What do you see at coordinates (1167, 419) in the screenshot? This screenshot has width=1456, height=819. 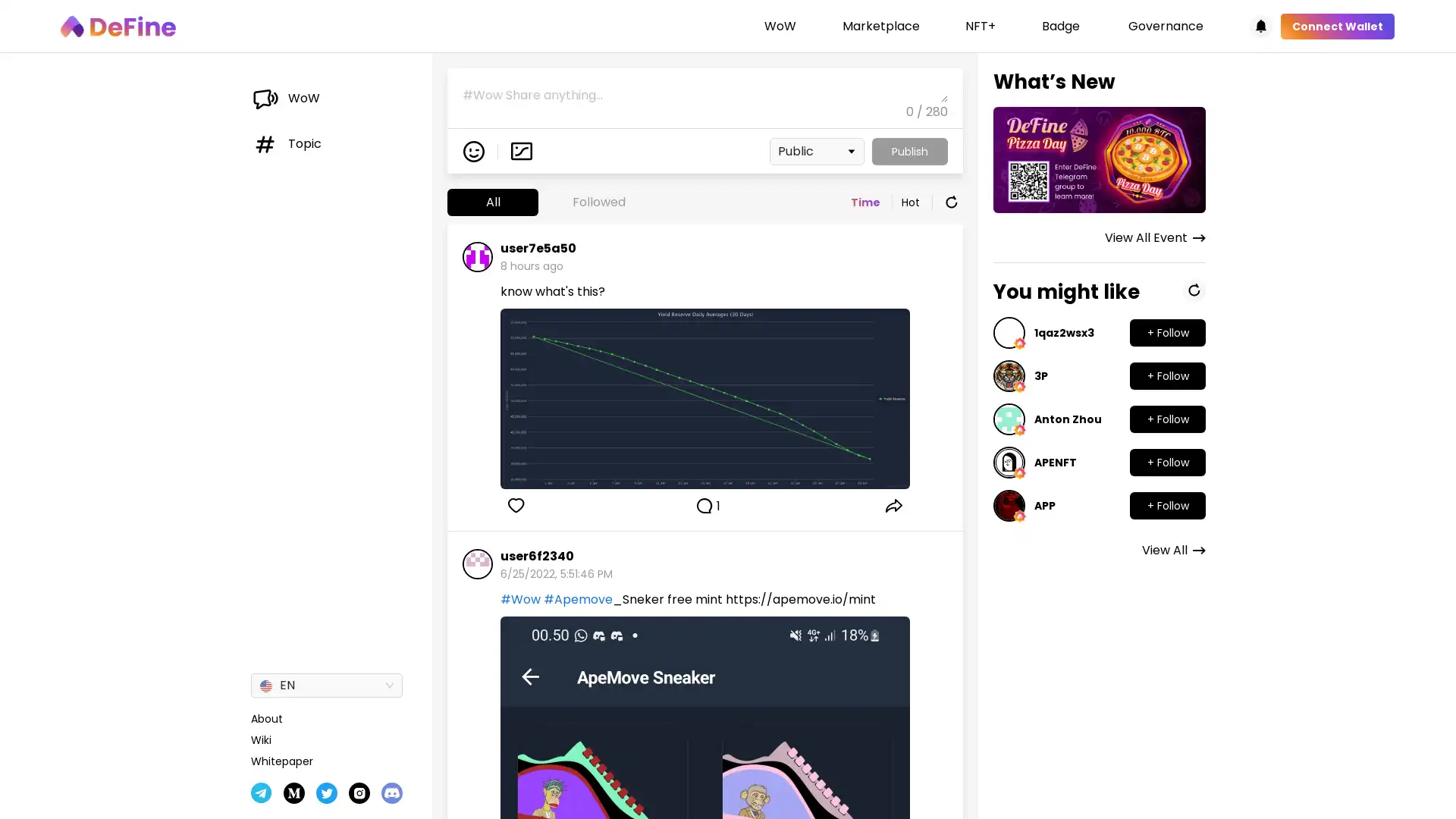 I see `+ Follow` at bounding box center [1167, 419].